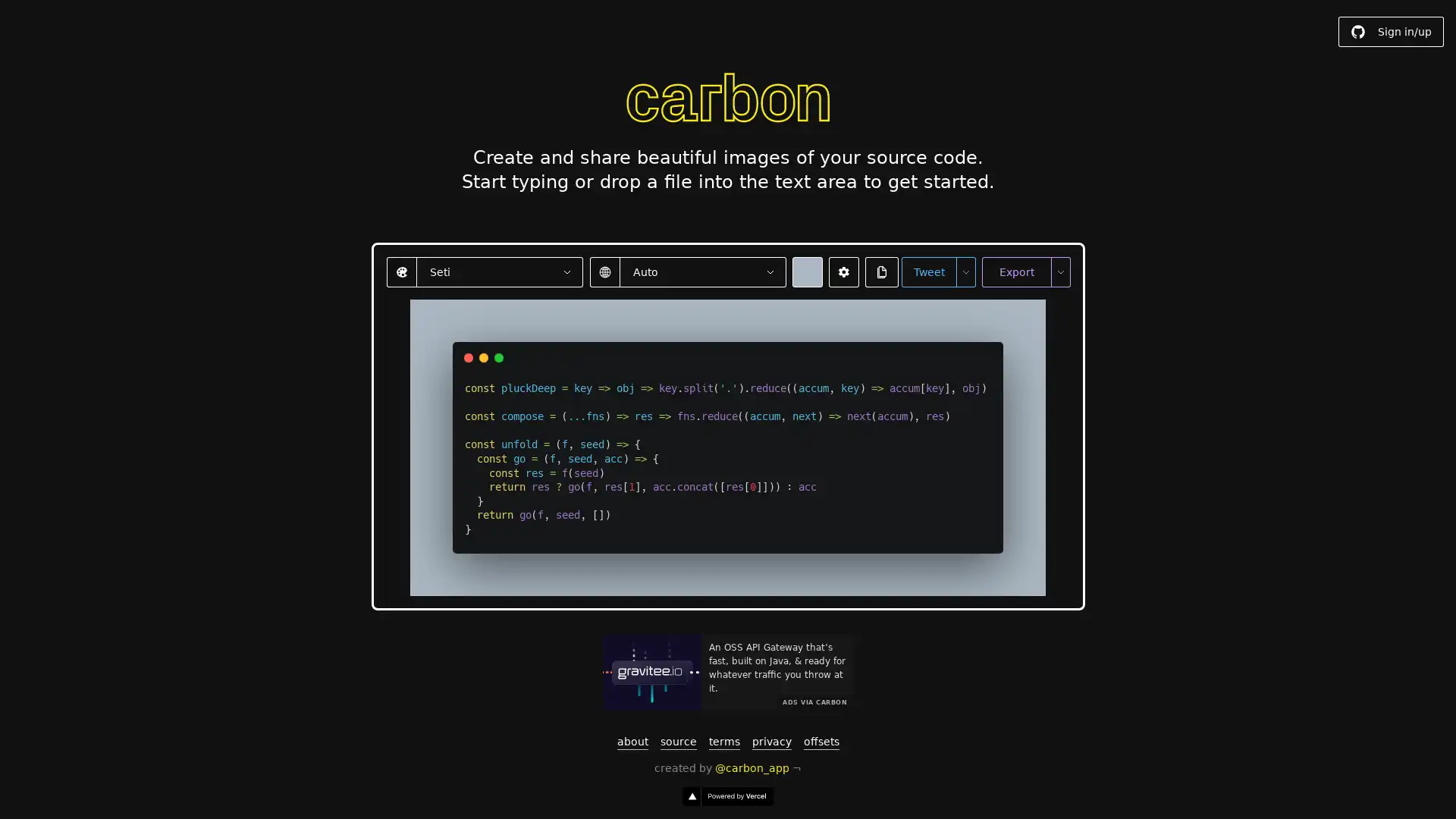 This screenshot has height=819, width=1456. Describe the element at coordinates (806, 271) in the screenshot. I see `Background Menu` at that location.